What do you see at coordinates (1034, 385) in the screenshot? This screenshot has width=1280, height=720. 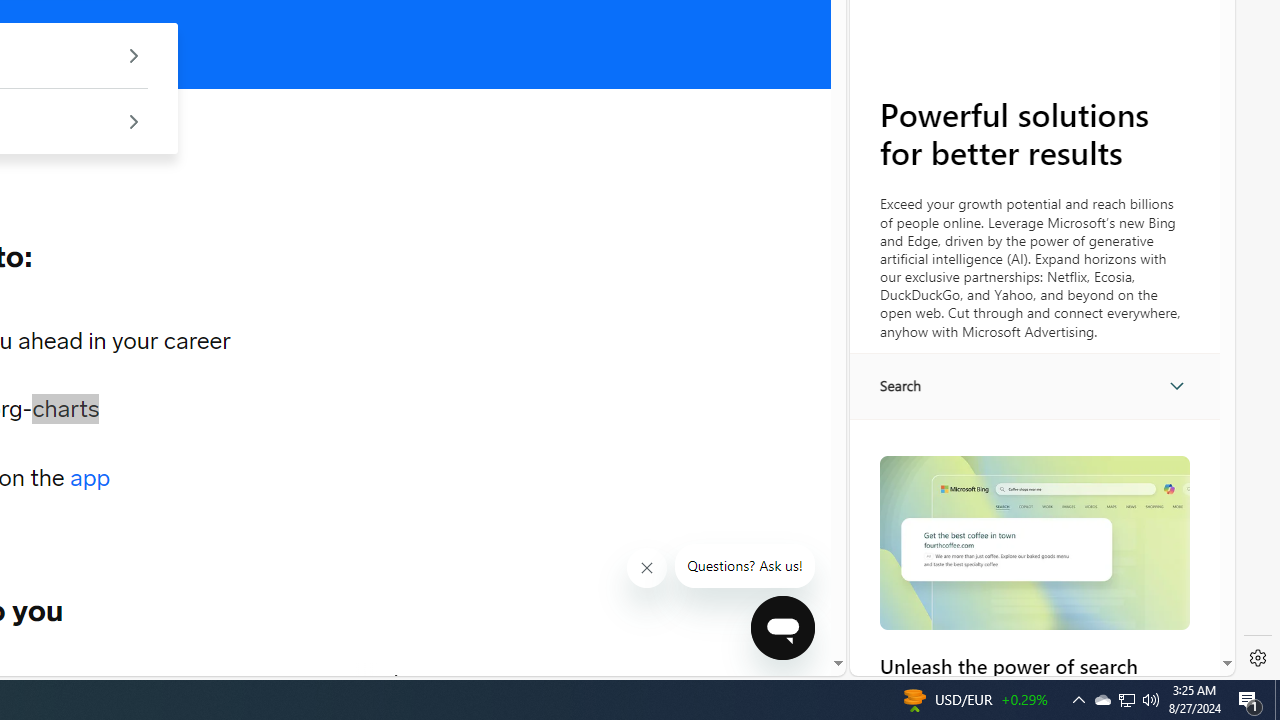 I see `'AutomationID: search'` at bounding box center [1034, 385].